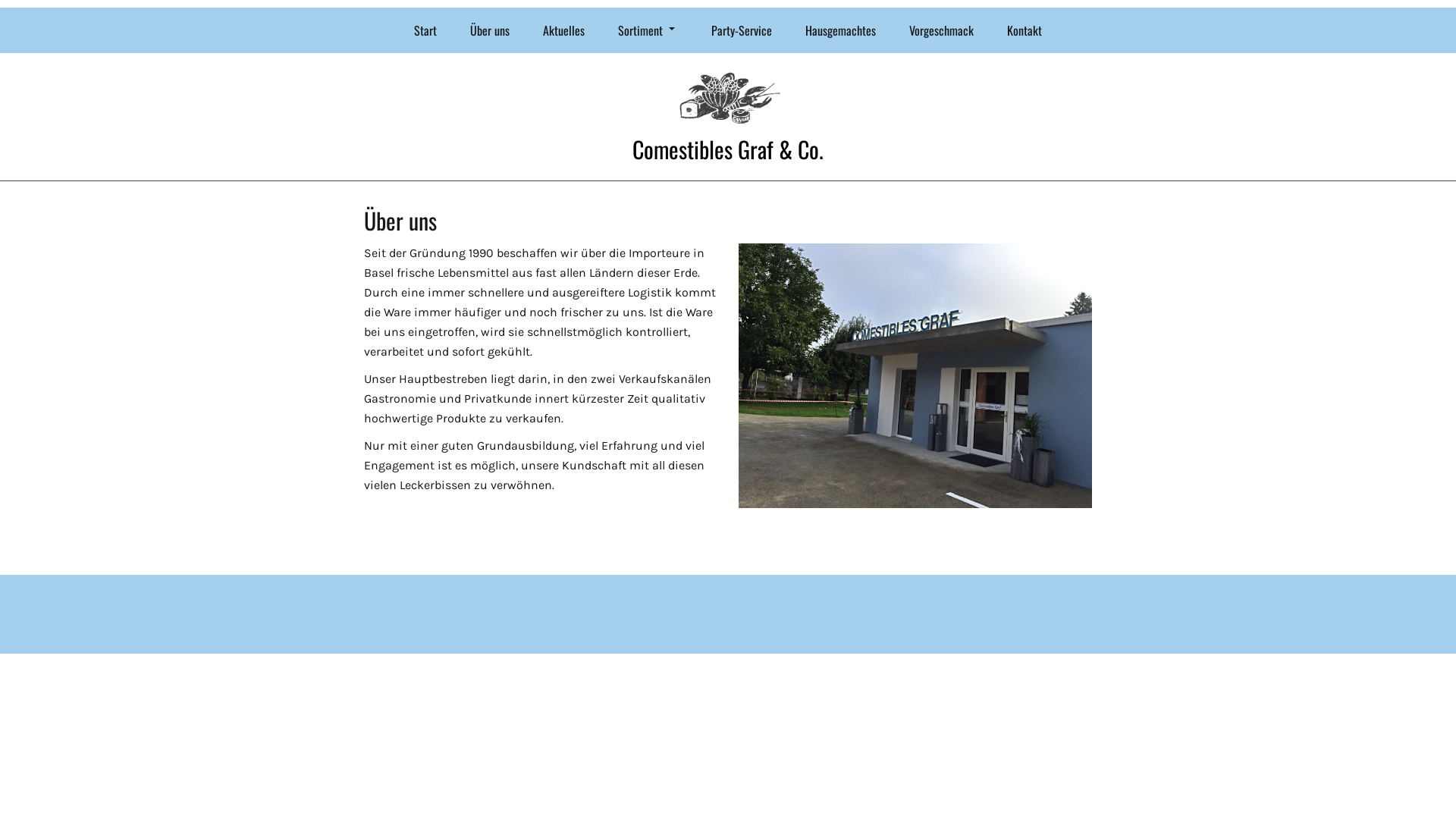 This screenshot has height=819, width=1456. Describe the element at coordinates (399, 30) in the screenshot. I see `'Start'` at that location.